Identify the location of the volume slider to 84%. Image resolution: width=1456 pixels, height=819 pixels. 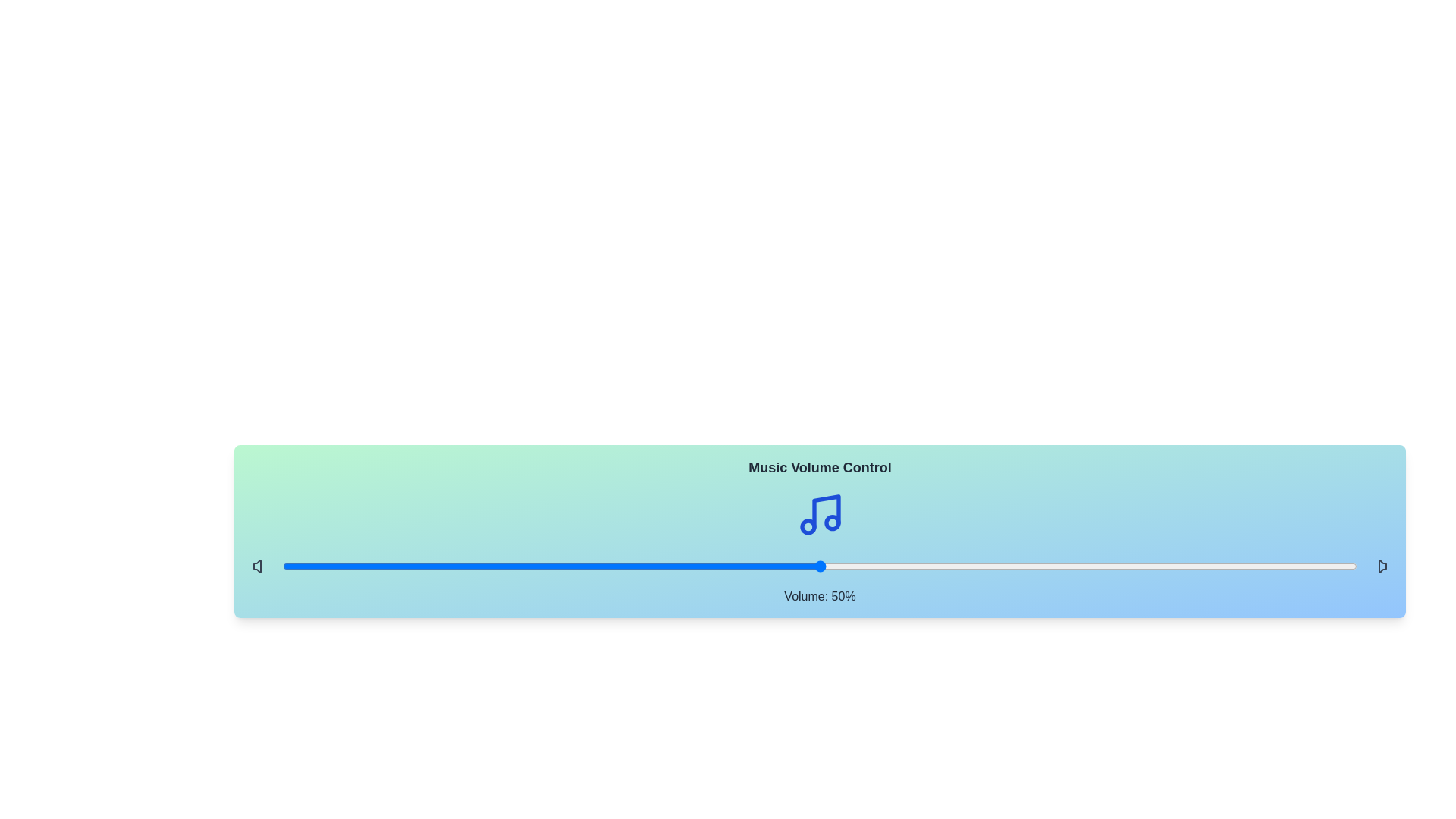
(1185, 566).